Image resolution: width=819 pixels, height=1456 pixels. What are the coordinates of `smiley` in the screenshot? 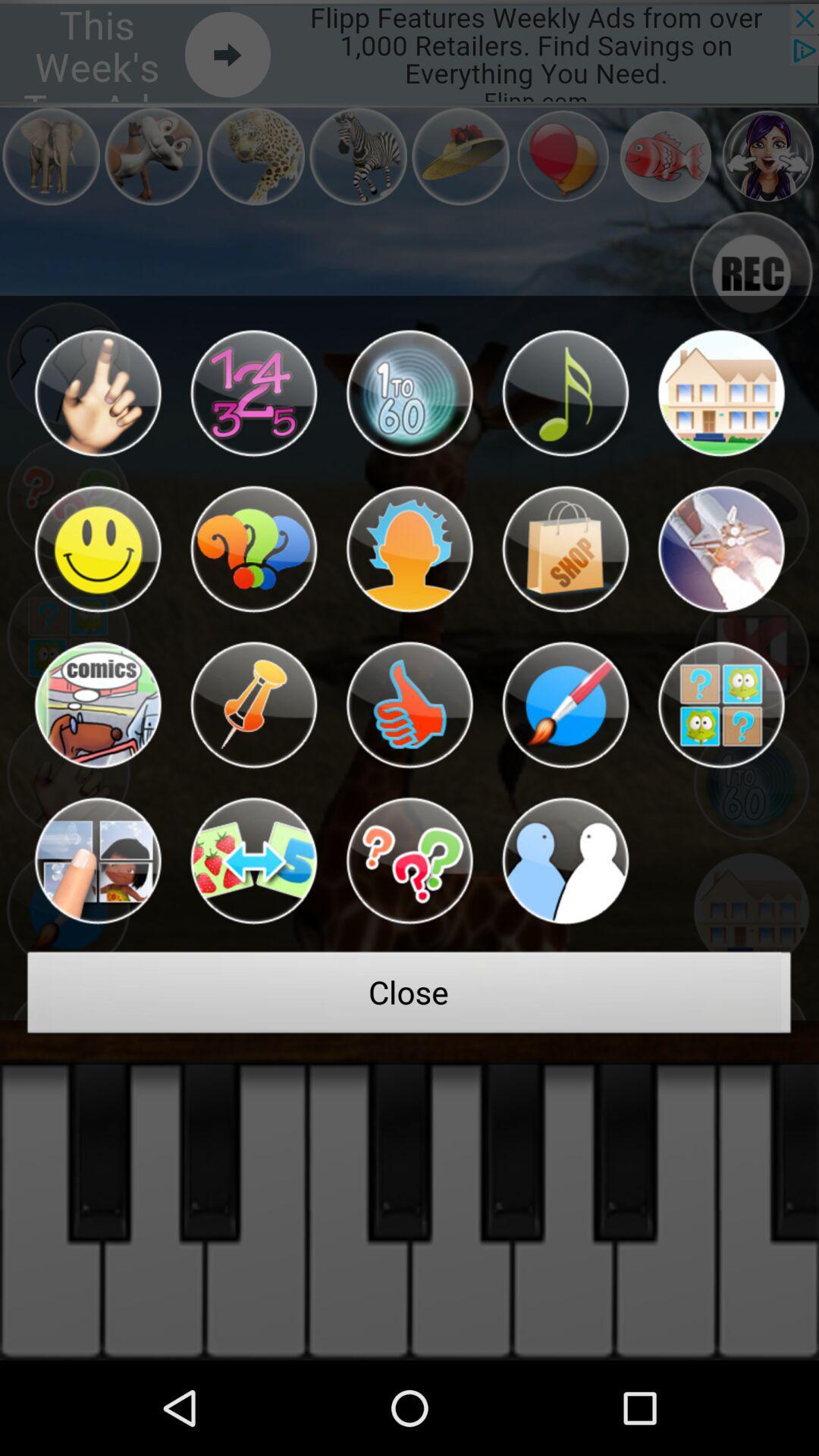 It's located at (97, 548).